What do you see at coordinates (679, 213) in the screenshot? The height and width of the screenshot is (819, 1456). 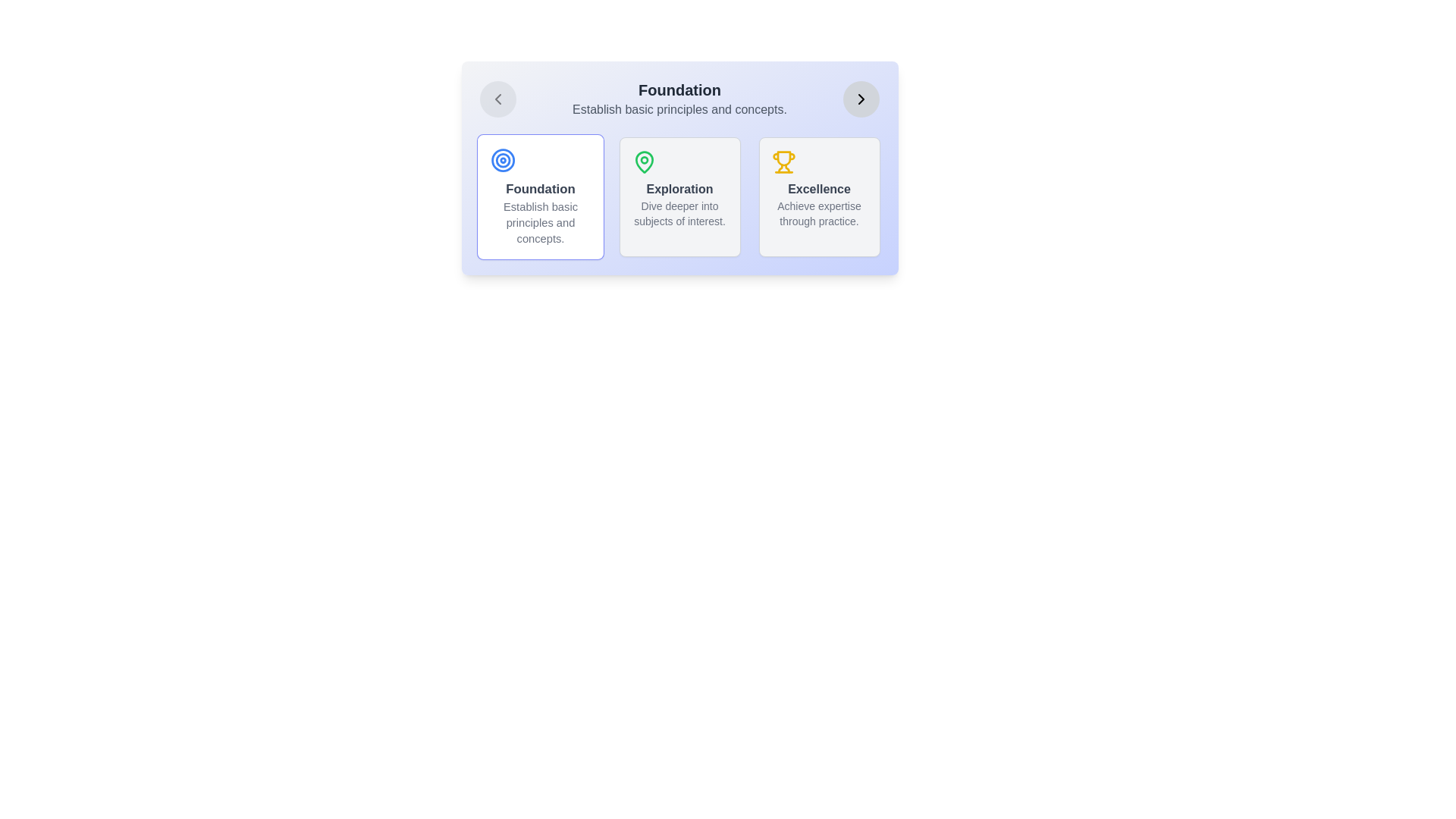 I see `static text element providing additional descriptive information related to the 'Exploration' heading, located in the middle section of a three-card layout with a gray background` at bounding box center [679, 213].